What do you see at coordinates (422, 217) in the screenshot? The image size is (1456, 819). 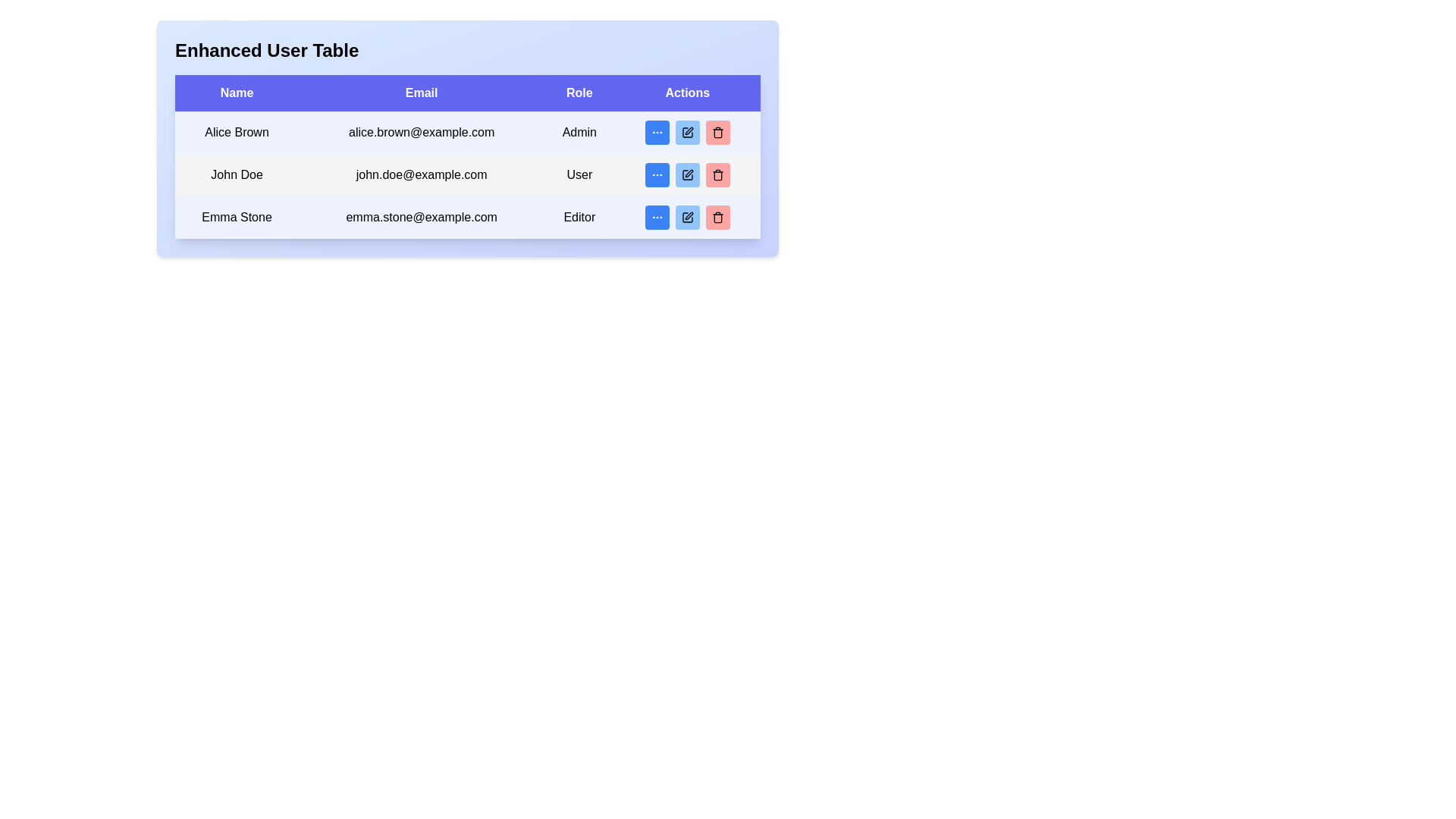 I see `the email display element showing 'emma.stone@example.com', which is located in the third row and second column of the table, adjacent to 'Emma Stone' and 'Editor'` at bounding box center [422, 217].